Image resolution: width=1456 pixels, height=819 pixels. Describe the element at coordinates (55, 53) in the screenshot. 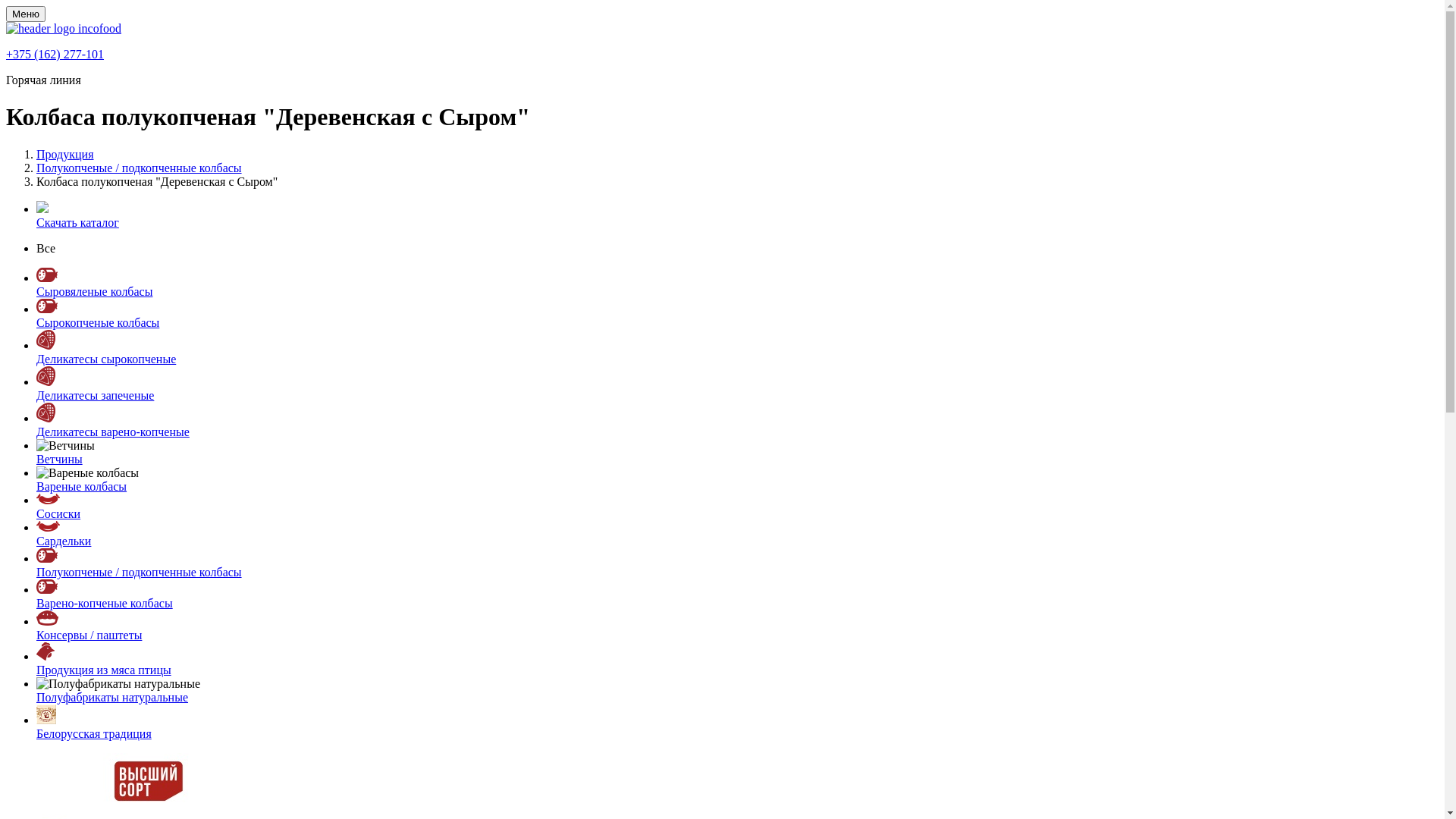

I see `'+375 (162) 277-101'` at that location.